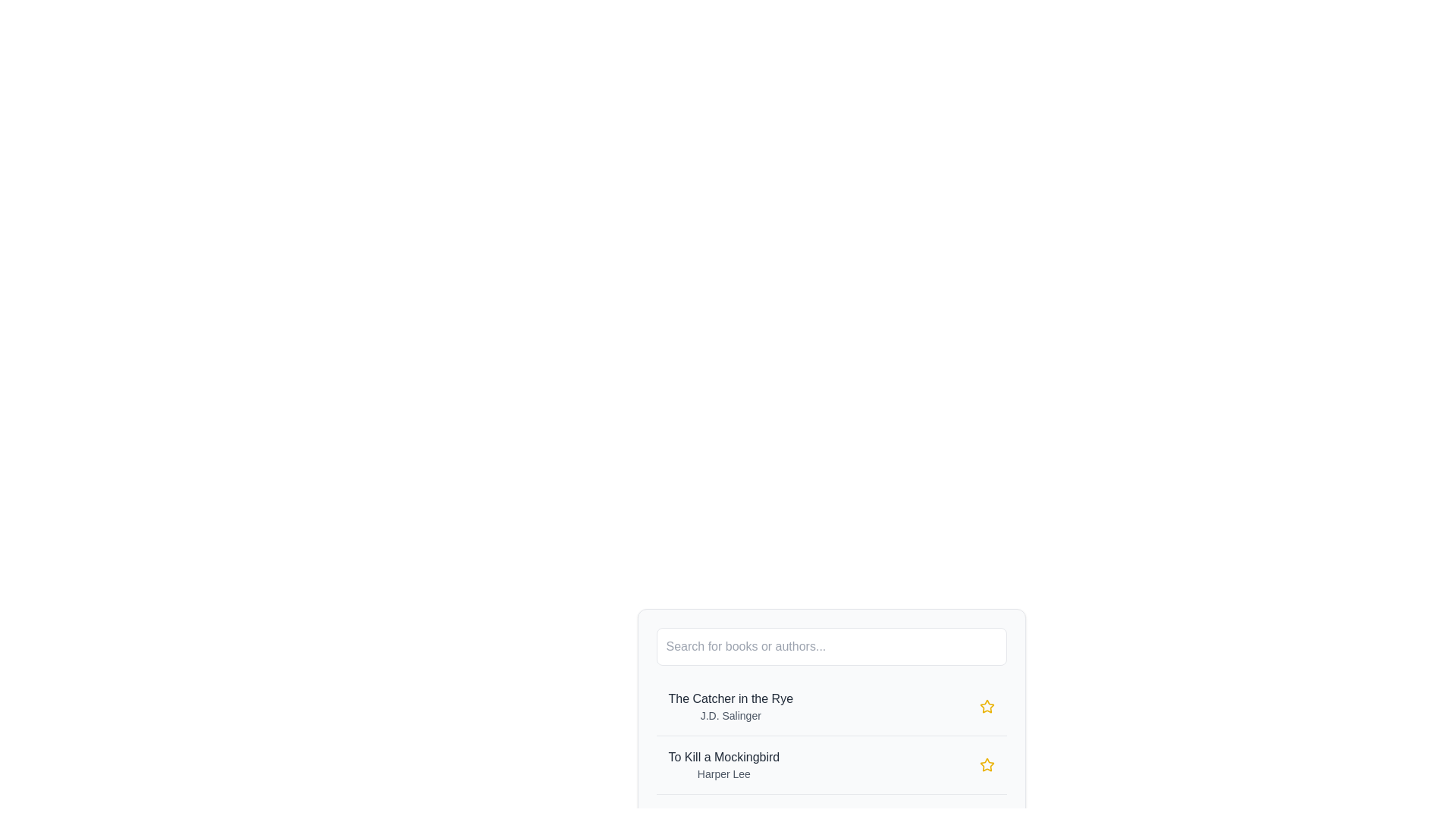  I want to click on the Star icon located at the far right of the entry titled 'The Catcher in the Rye' by 'J.D. Salinger', so click(987, 707).